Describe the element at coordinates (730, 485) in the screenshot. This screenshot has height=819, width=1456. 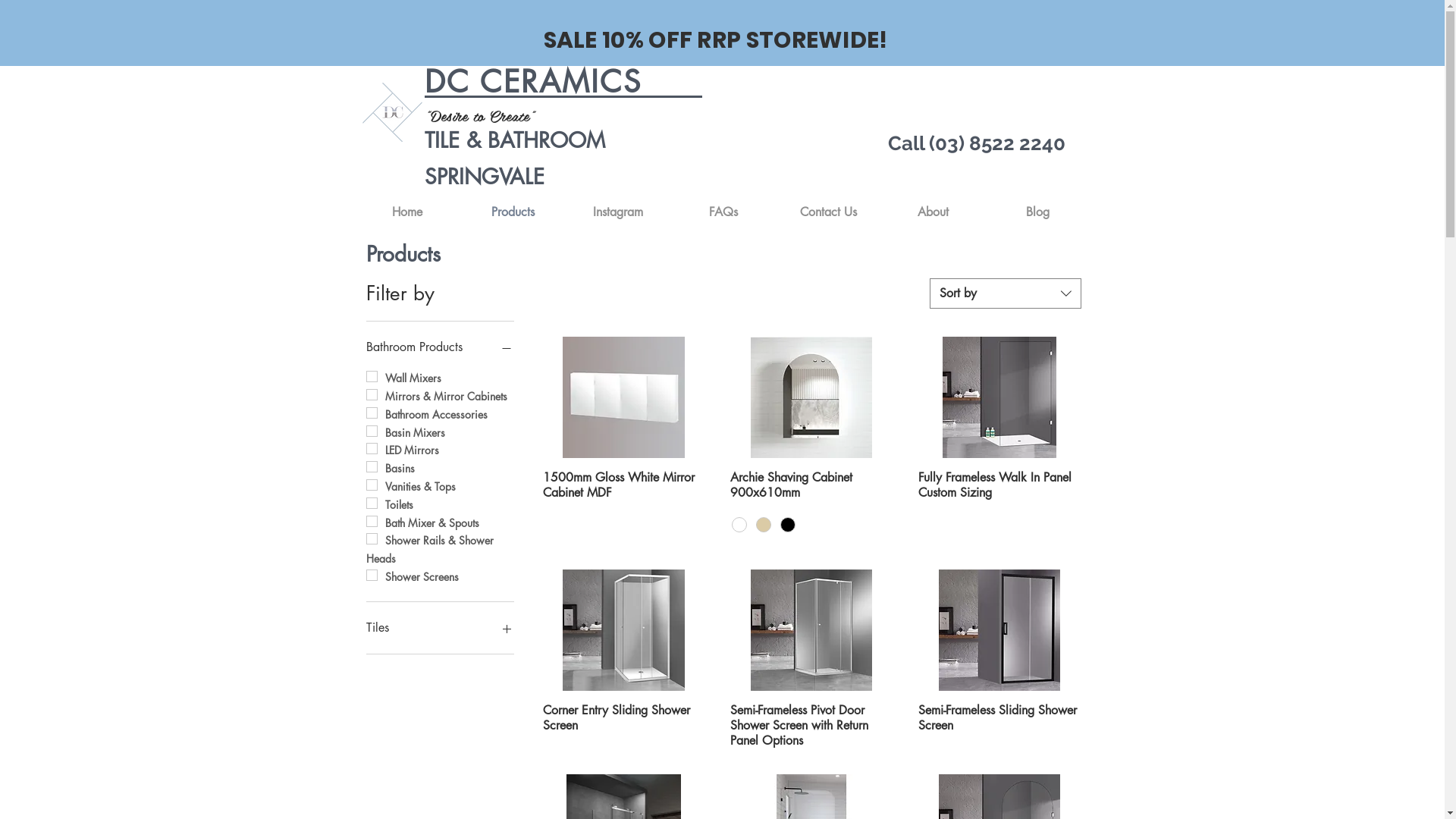
I see `'Archie Shaving Cabinet 900x610mm'` at that location.